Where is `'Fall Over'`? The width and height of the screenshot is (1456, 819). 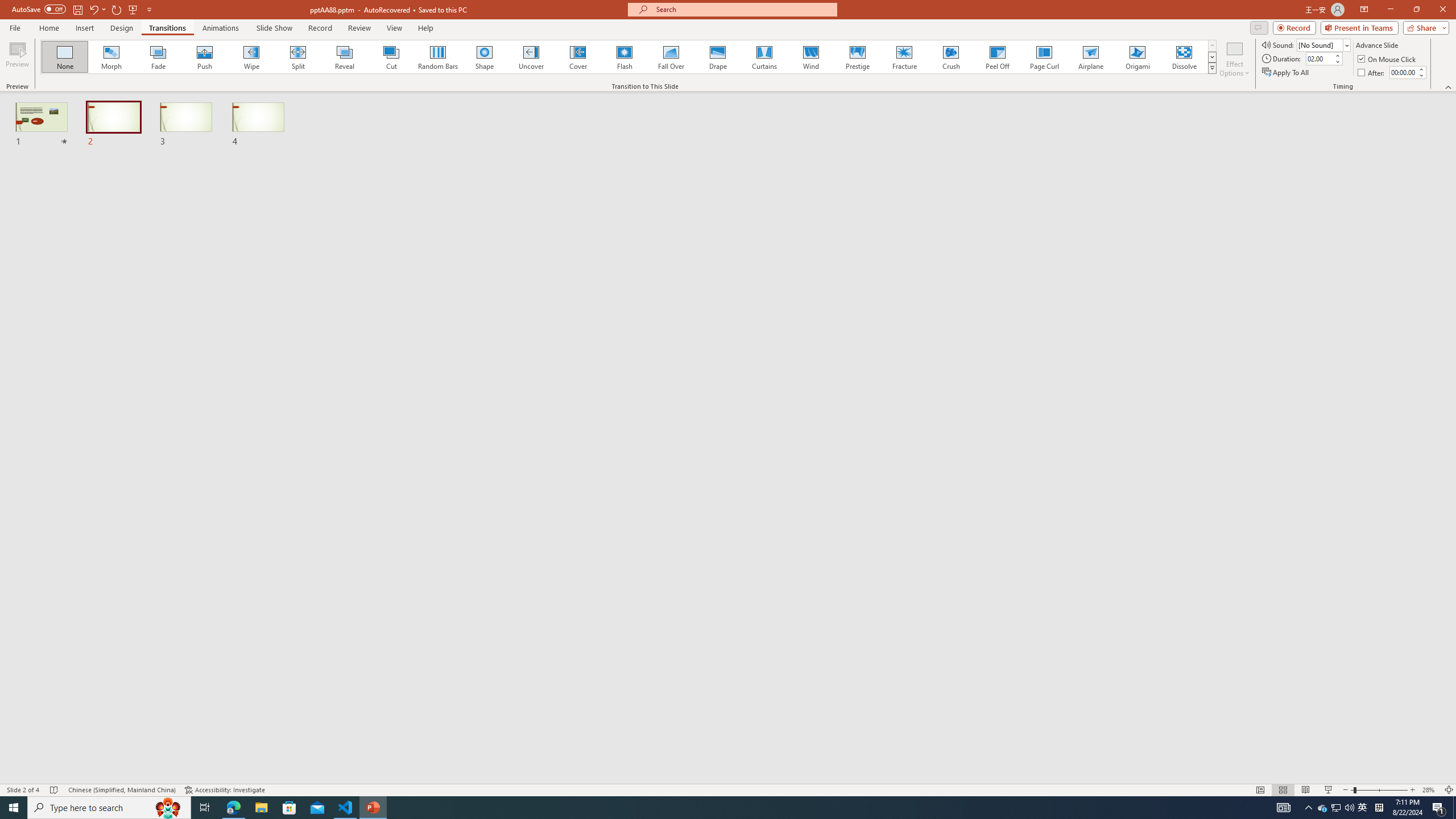 'Fall Over' is located at coordinates (671, 56).